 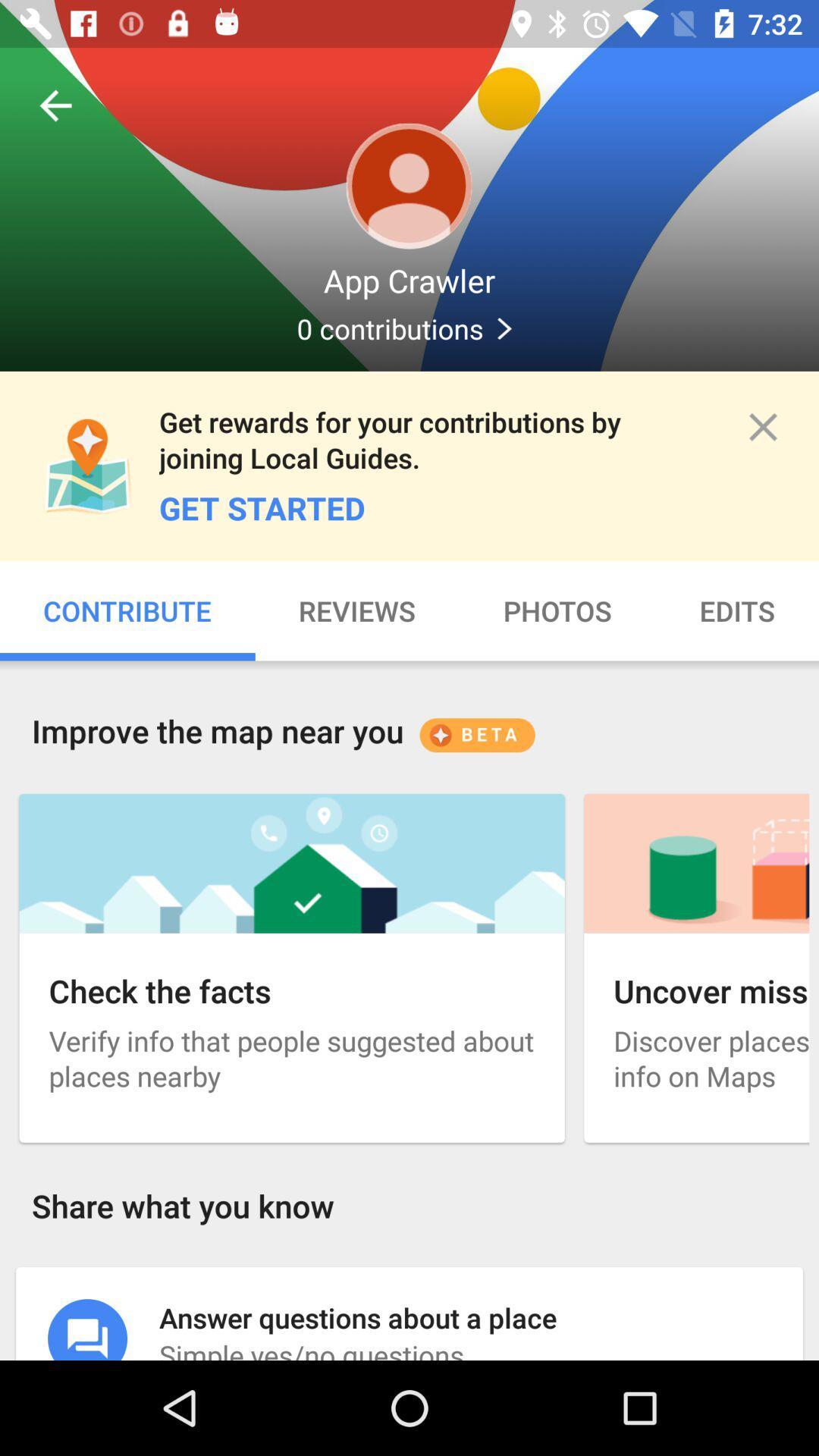 What do you see at coordinates (557, 610) in the screenshot?
I see `the photos item` at bounding box center [557, 610].